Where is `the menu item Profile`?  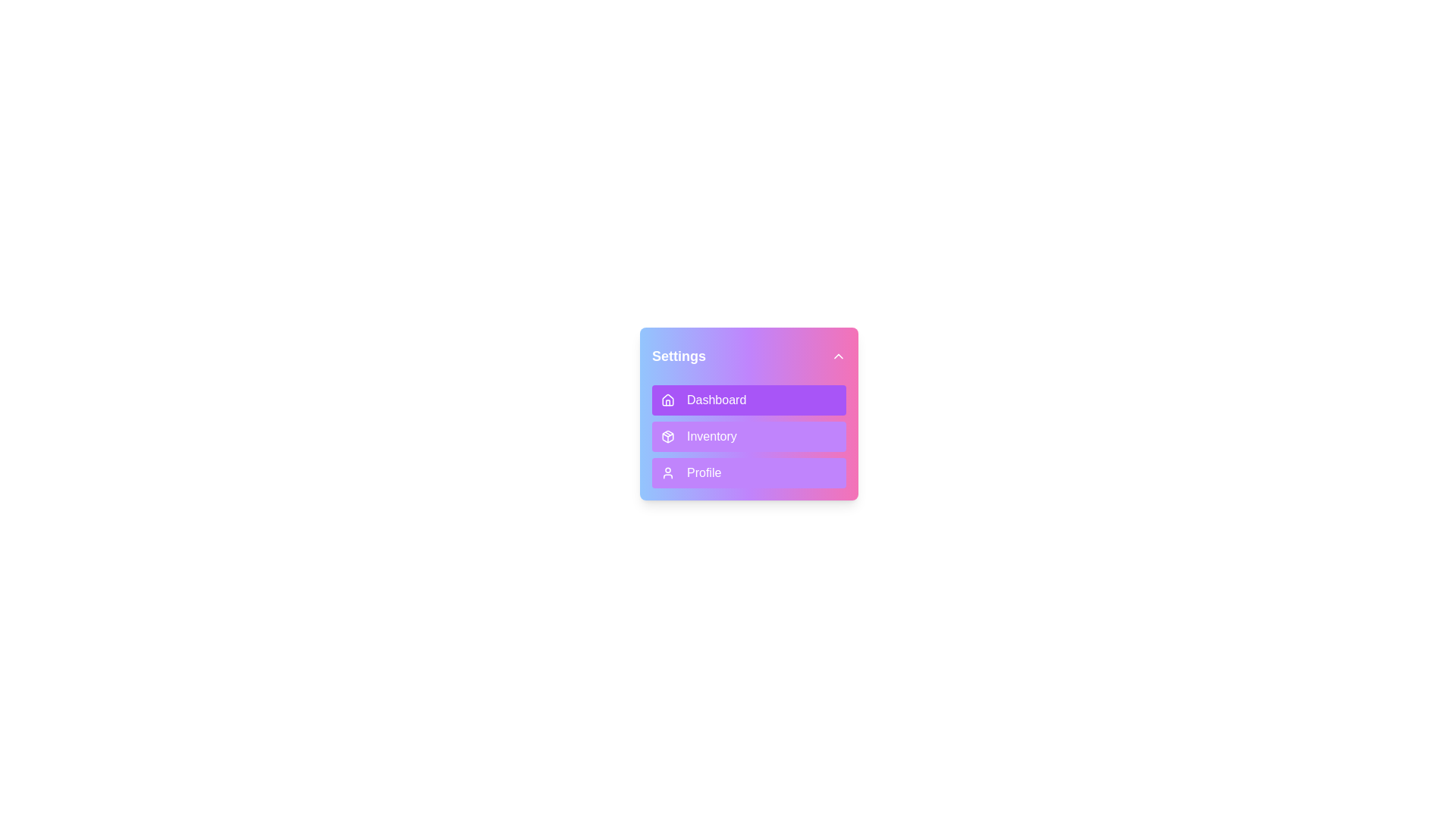
the menu item Profile is located at coordinates (749, 472).